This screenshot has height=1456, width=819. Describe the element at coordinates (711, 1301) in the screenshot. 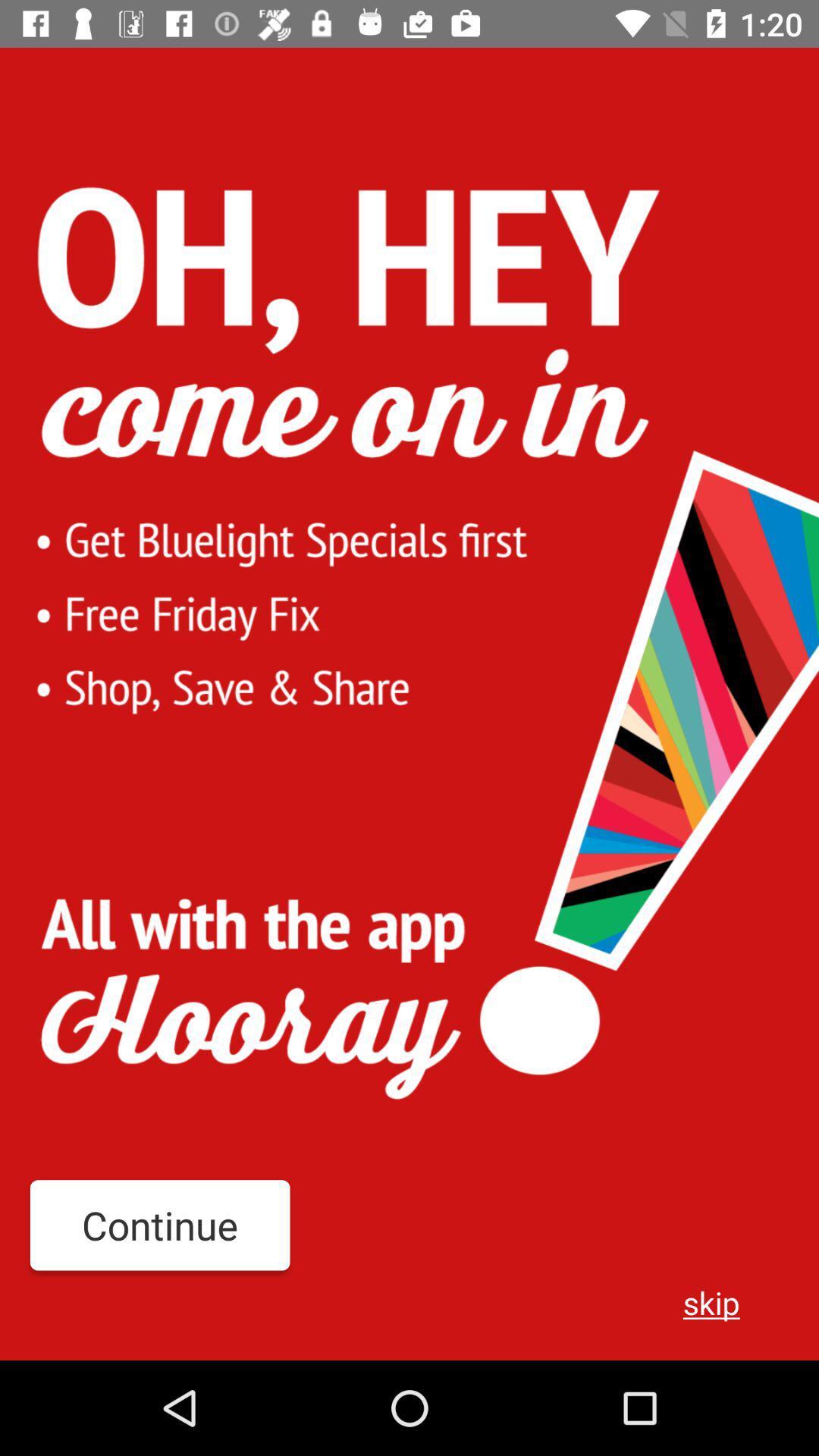

I see `skip icon` at that location.